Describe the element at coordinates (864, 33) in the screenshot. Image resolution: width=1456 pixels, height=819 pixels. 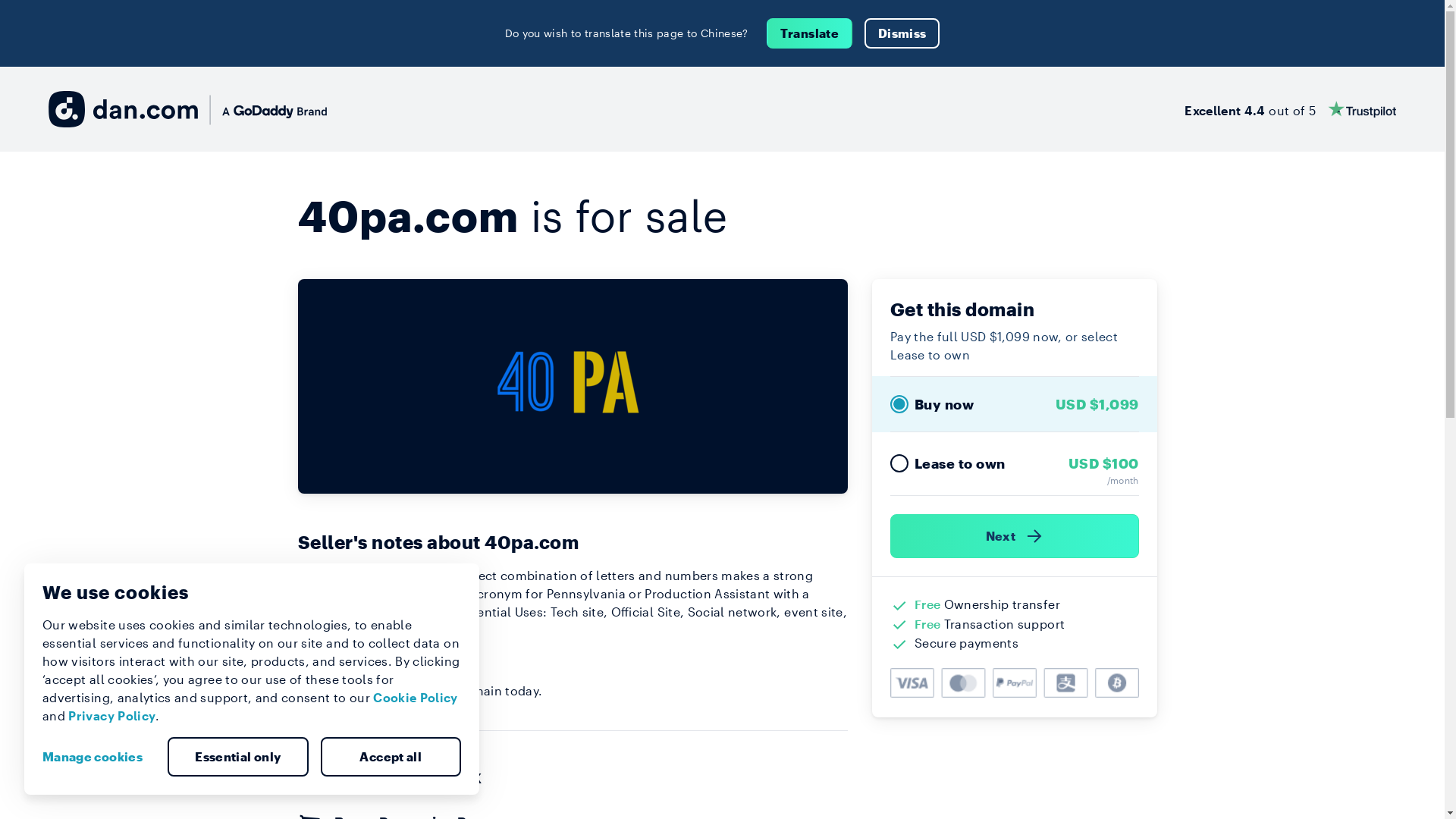
I see `'Dismiss'` at that location.